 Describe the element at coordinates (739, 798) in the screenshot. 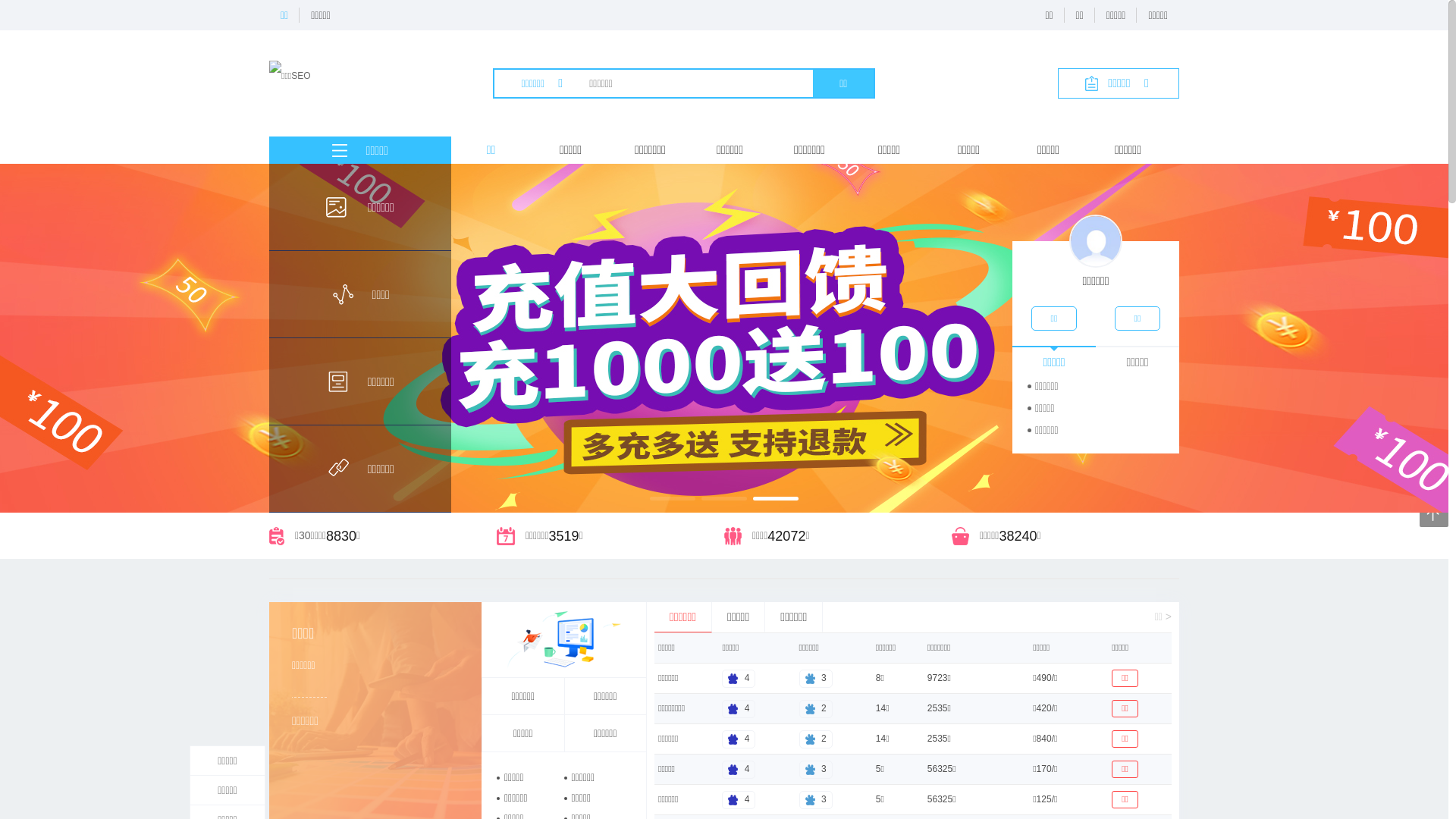

I see `'4'` at that location.